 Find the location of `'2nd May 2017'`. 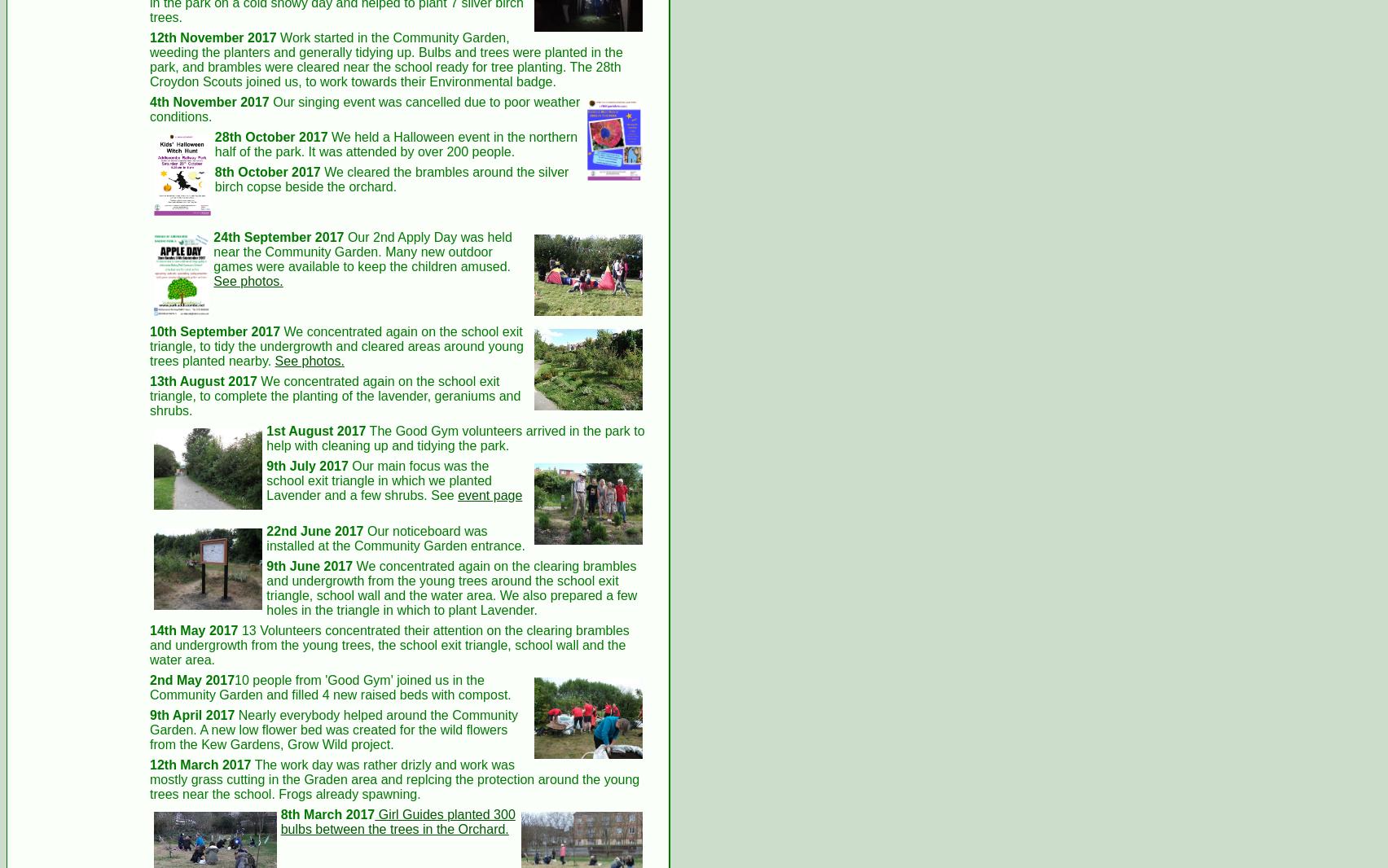

'2nd May 2017' is located at coordinates (191, 679).